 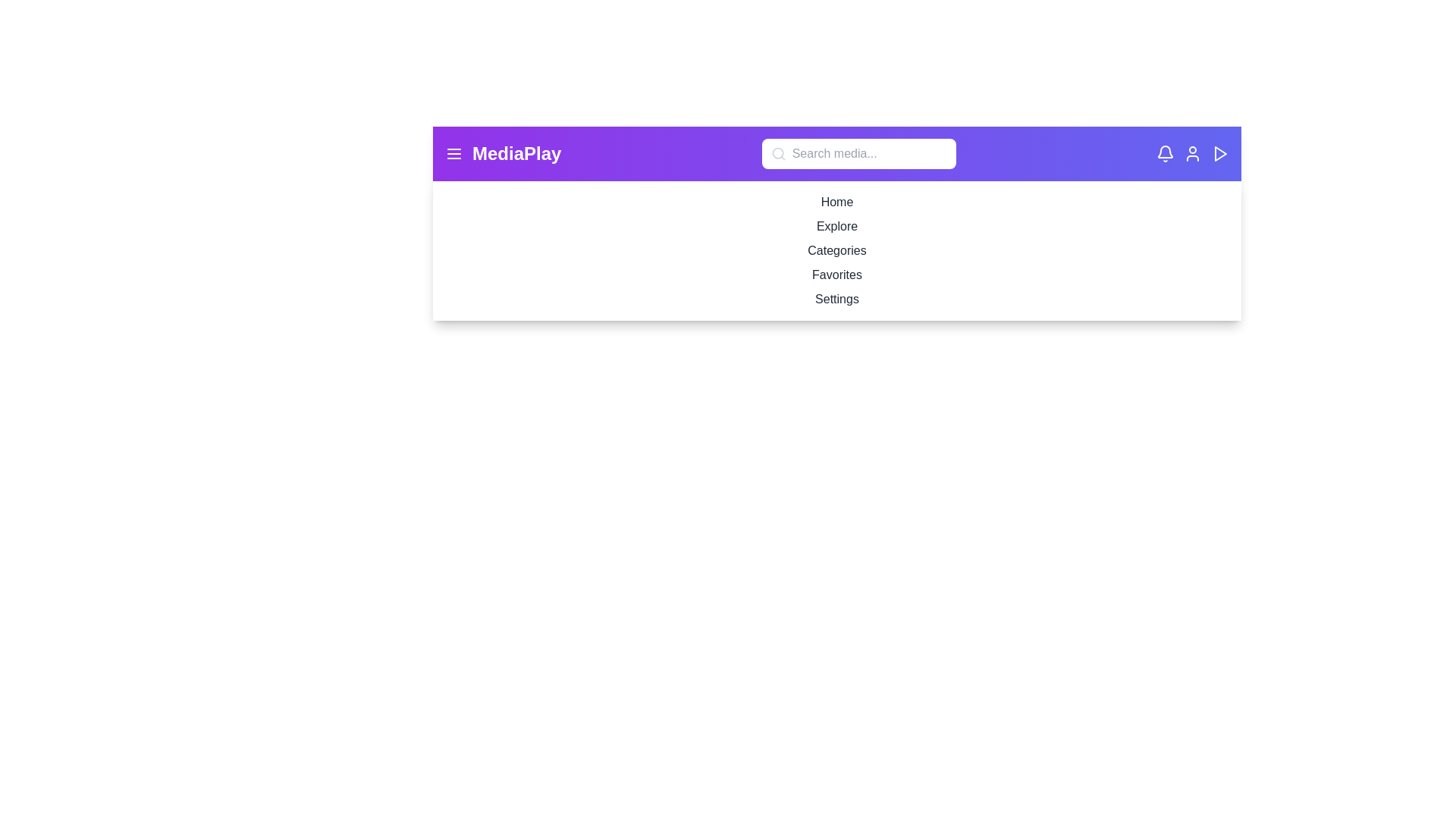 What do you see at coordinates (778, 154) in the screenshot?
I see `the search icon located to the left of the text input box at the top center of the interface, which initiates the search functionality` at bounding box center [778, 154].